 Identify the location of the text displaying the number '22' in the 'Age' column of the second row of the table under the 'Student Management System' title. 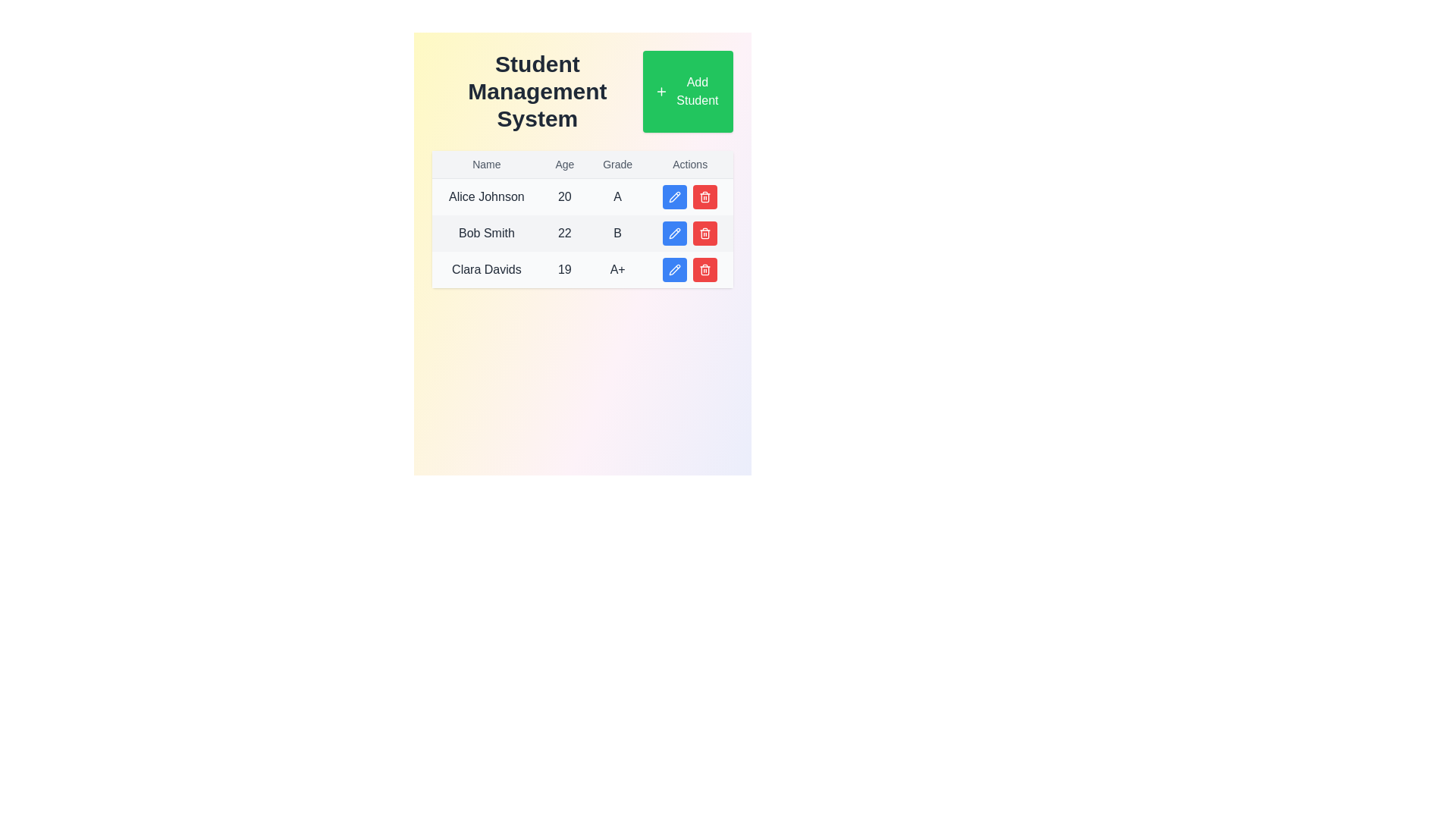
(563, 234).